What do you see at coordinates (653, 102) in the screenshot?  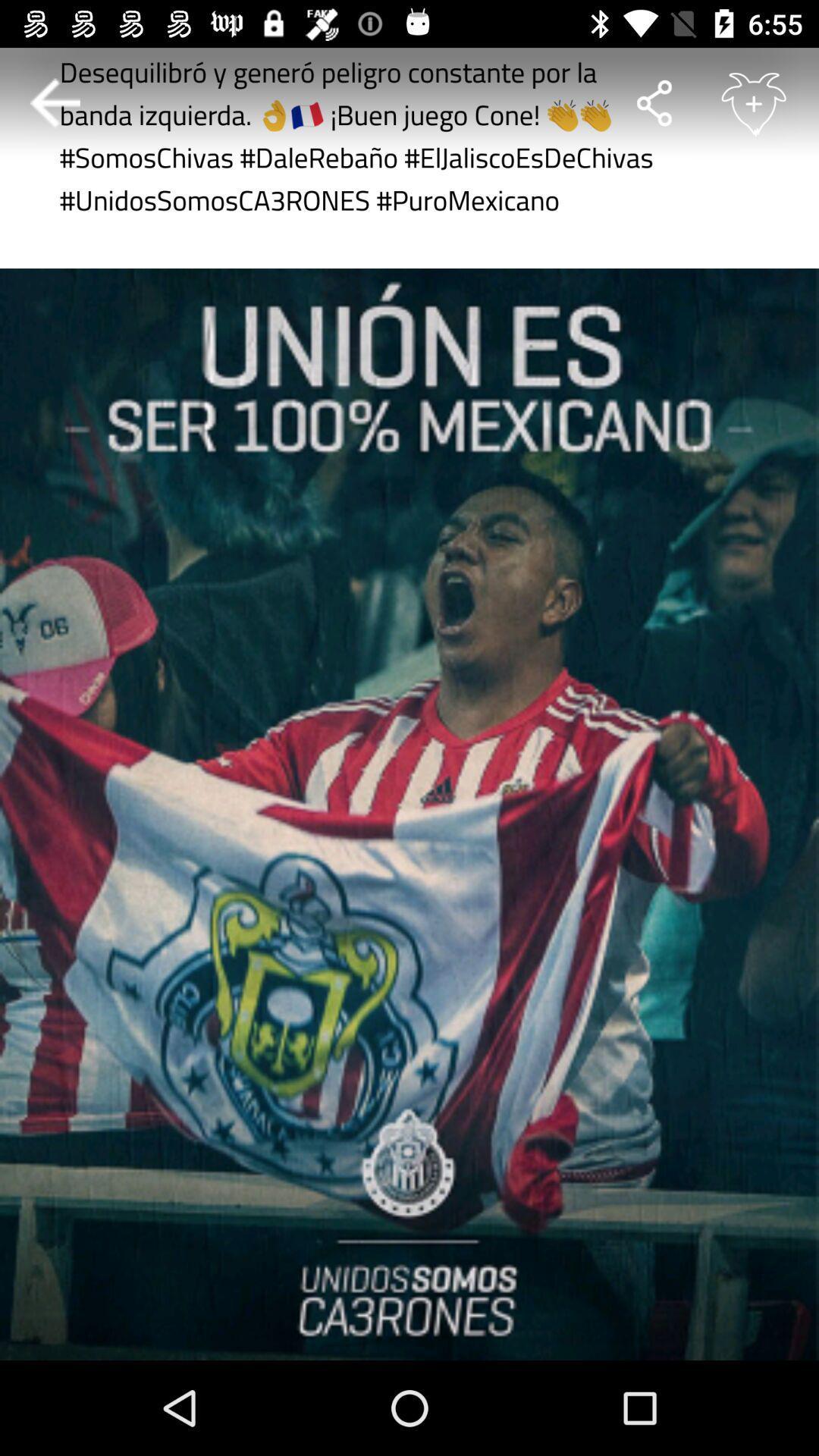 I see `the share icon` at bounding box center [653, 102].